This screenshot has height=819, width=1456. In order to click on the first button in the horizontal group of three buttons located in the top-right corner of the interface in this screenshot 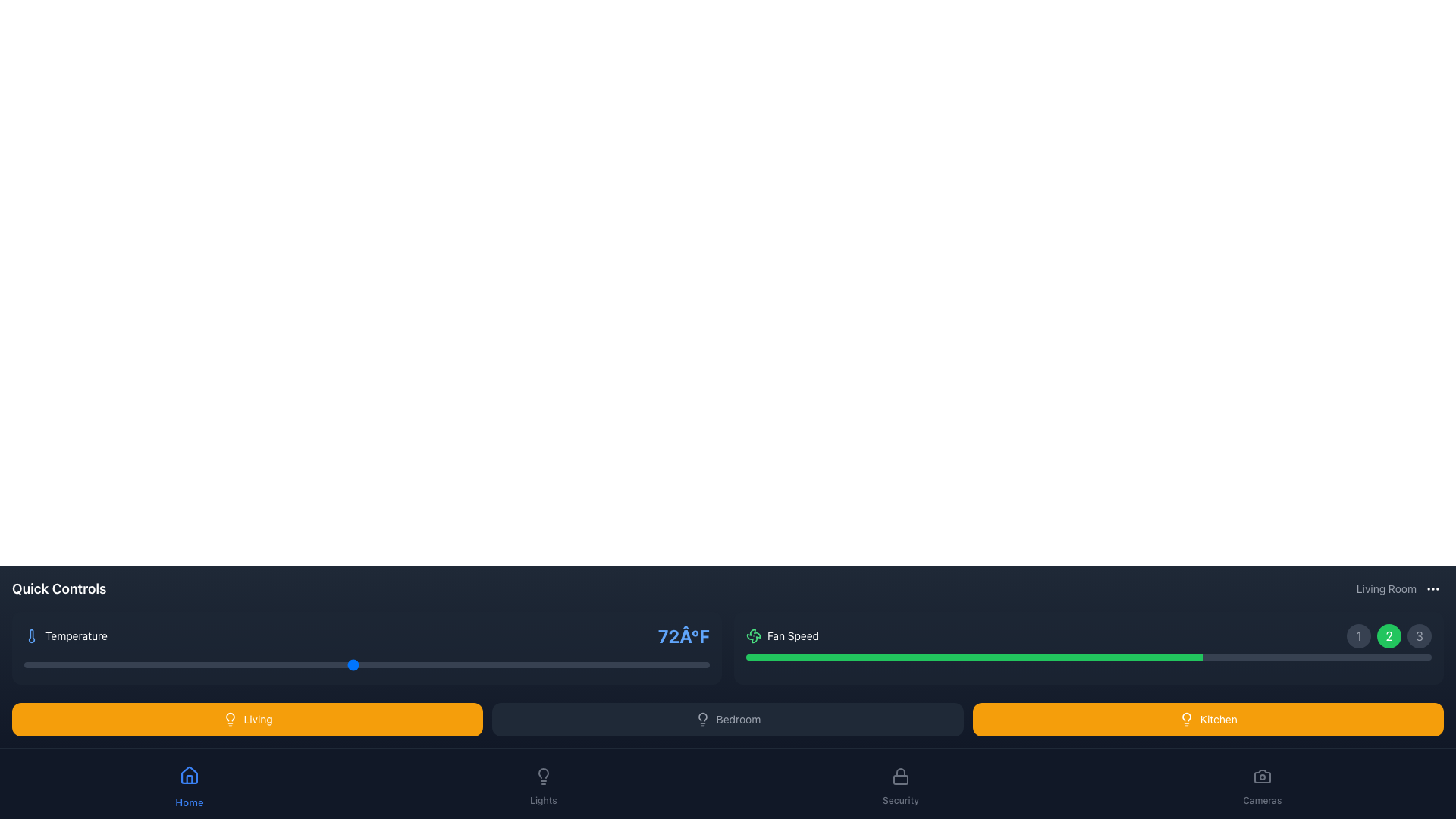, I will do `click(1358, 636)`.